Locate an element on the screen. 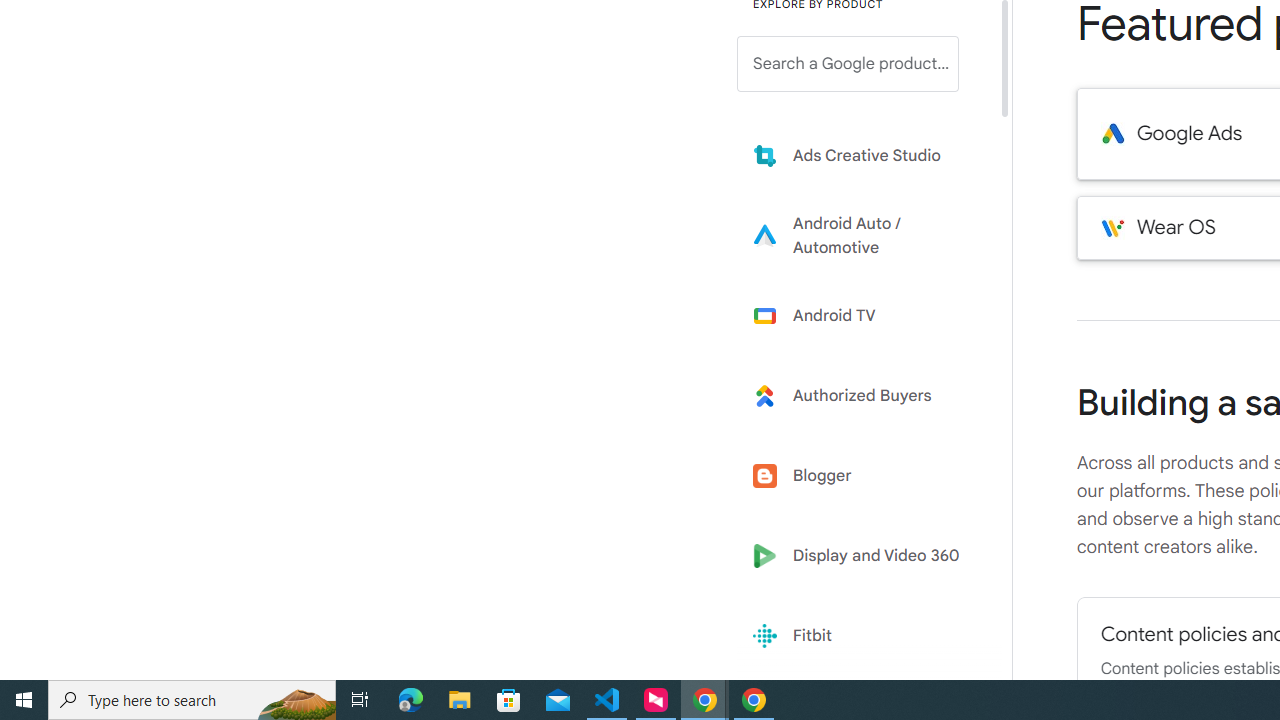  'Learn more about Android Auto' is located at coordinates (862, 234).